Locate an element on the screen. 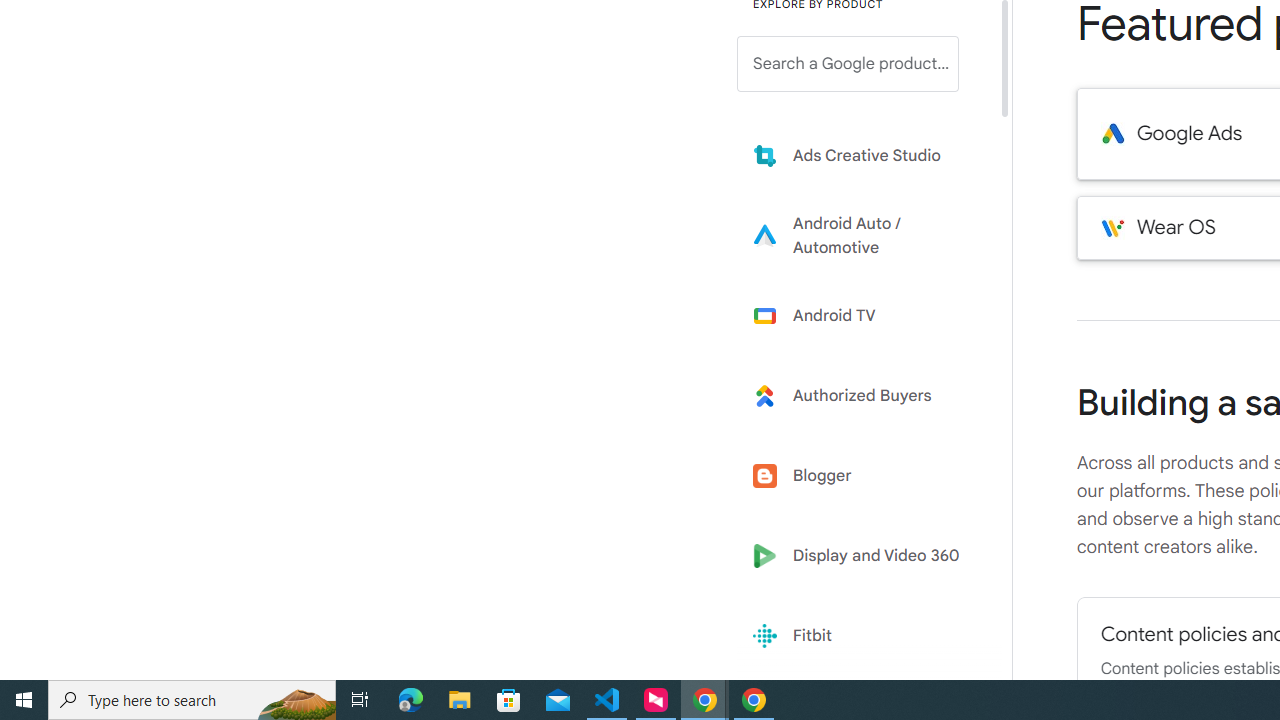  'Learn more about Android Auto' is located at coordinates (862, 234).